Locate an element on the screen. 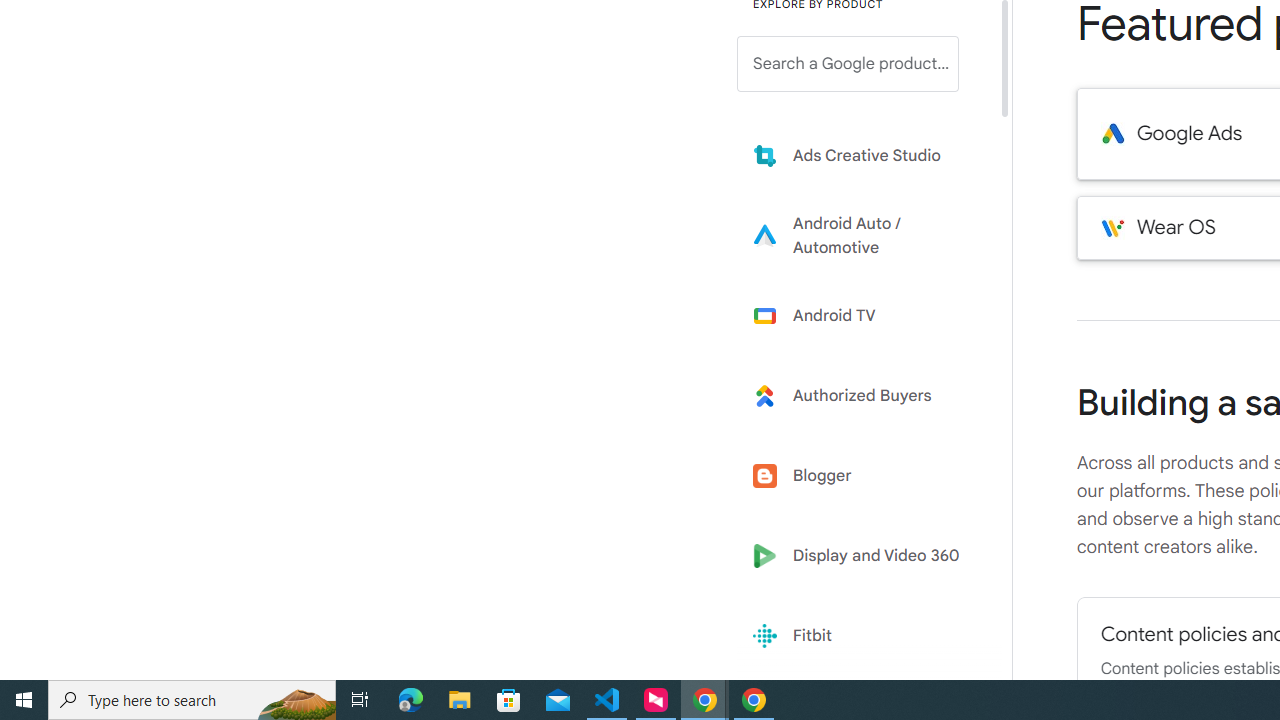  'Learn more about Android Auto' is located at coordinates (862, 234).